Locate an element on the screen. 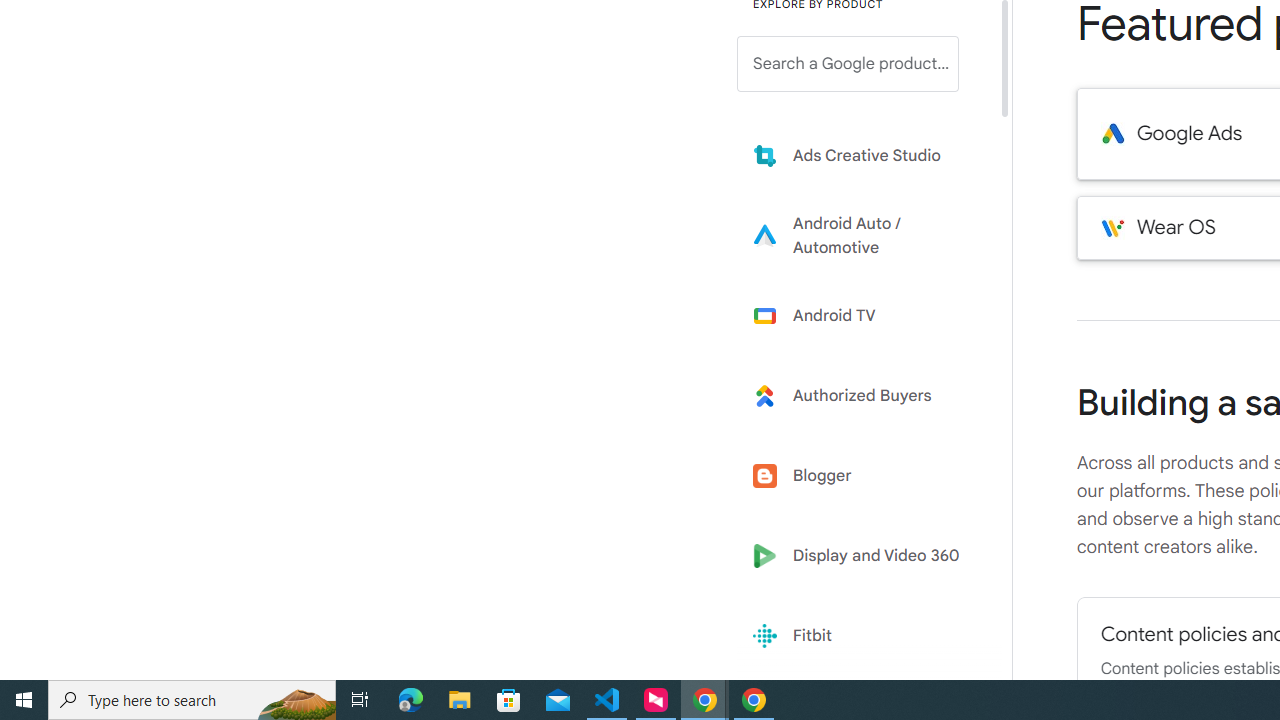  'Learn more about Android Auto' is located at coordinates (862, 234).